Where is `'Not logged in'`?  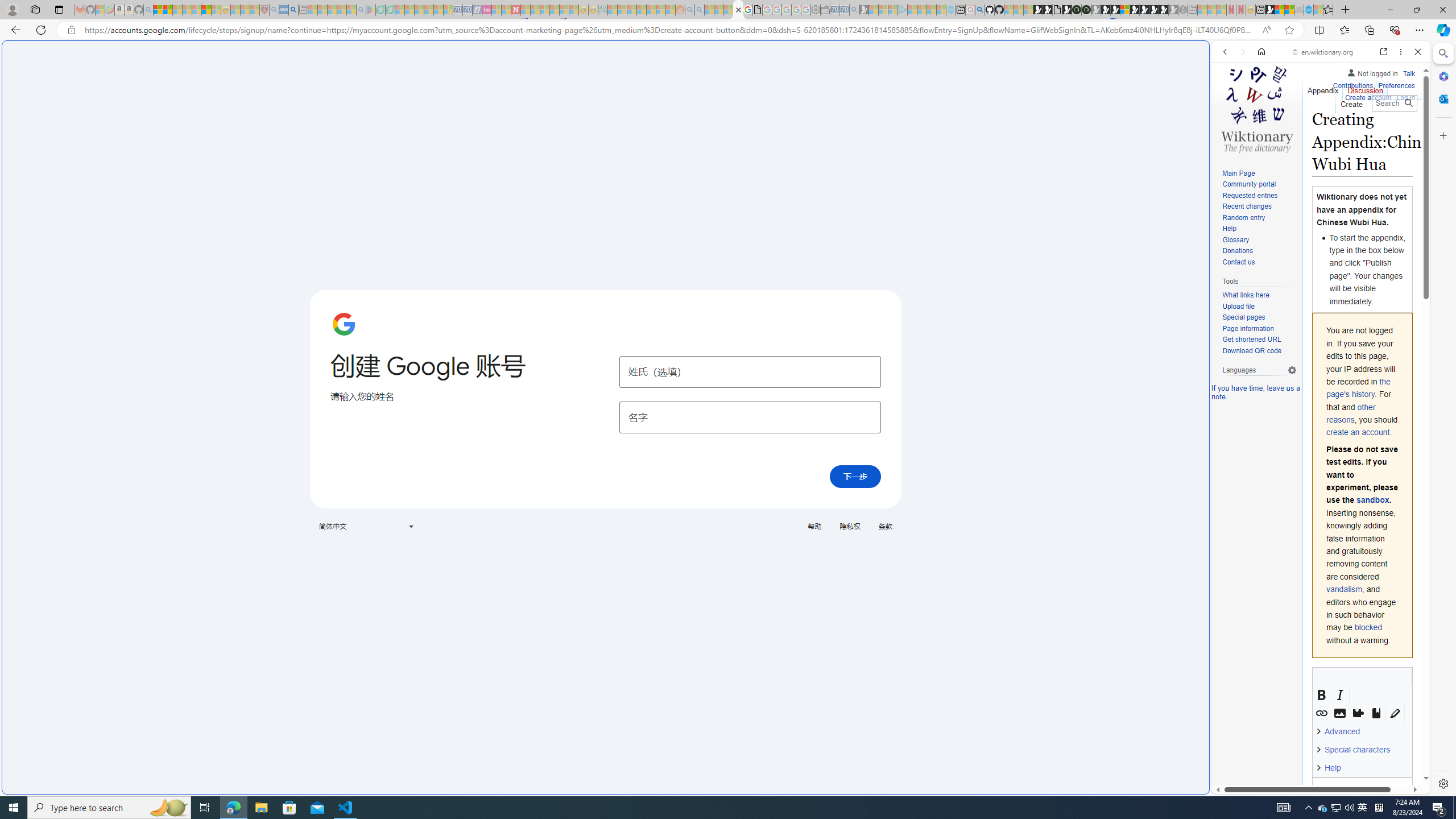
'Not logged in' is located at coordinates (1372, 72).